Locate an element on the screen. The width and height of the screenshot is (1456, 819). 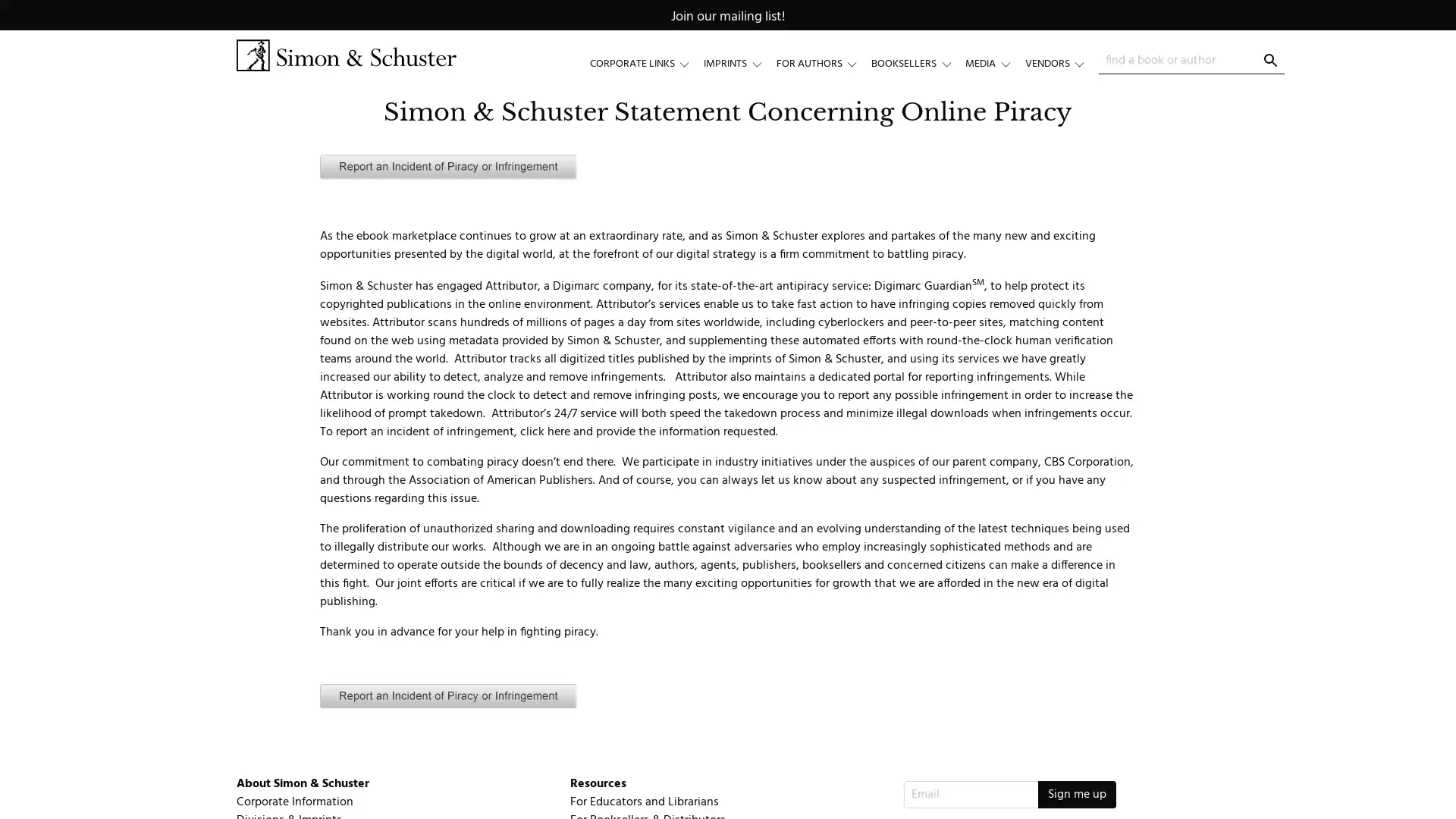
CORPORATE LINKS is located at coordinates (646, 63).